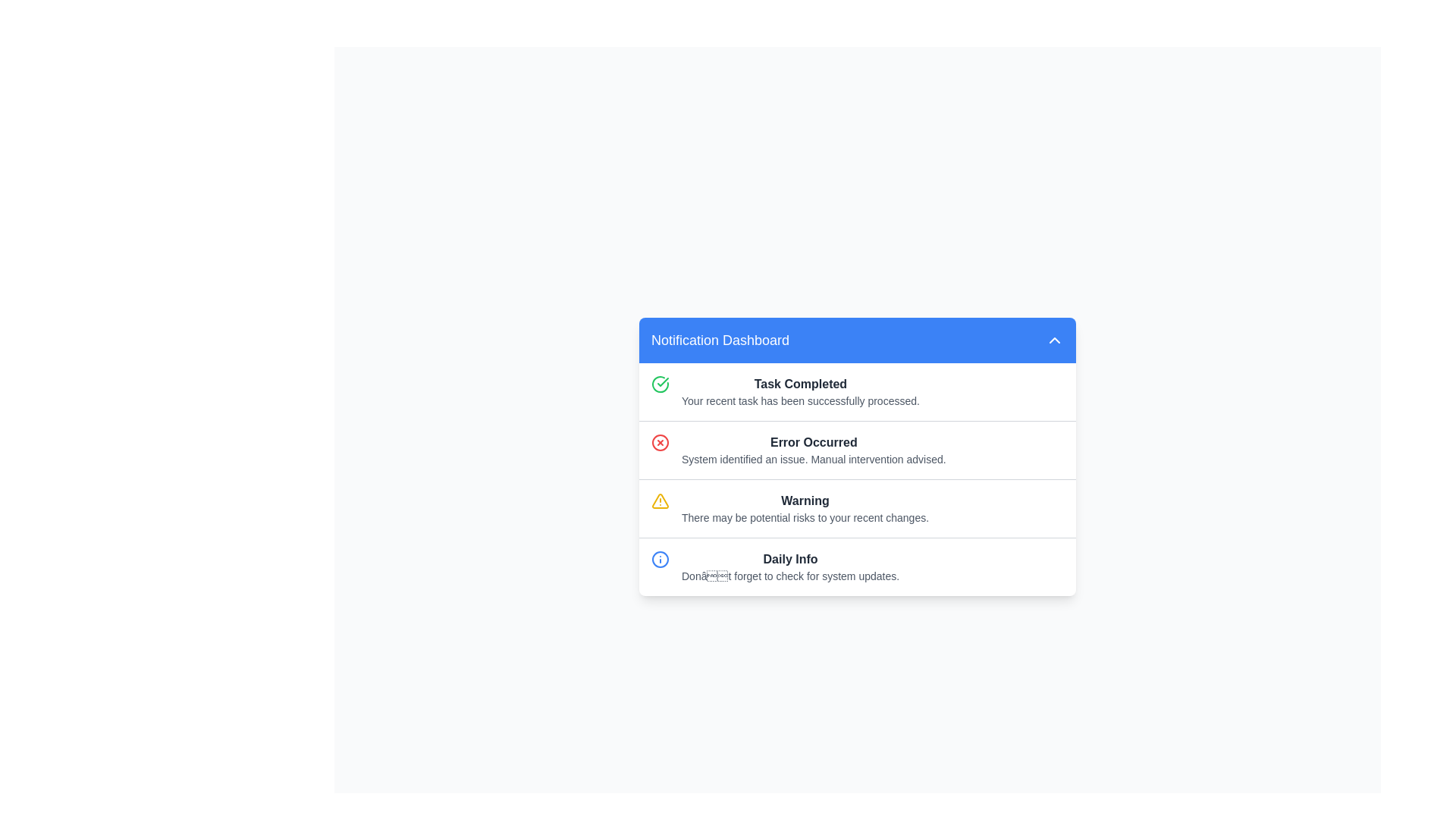 The height and width of the screenshot is (819, 1456). I want to click on text segment displaying 'Your recent task has been successfully processed.' located below the 'Task Completed' header in the Notification Dashboard, so click(800, 400).